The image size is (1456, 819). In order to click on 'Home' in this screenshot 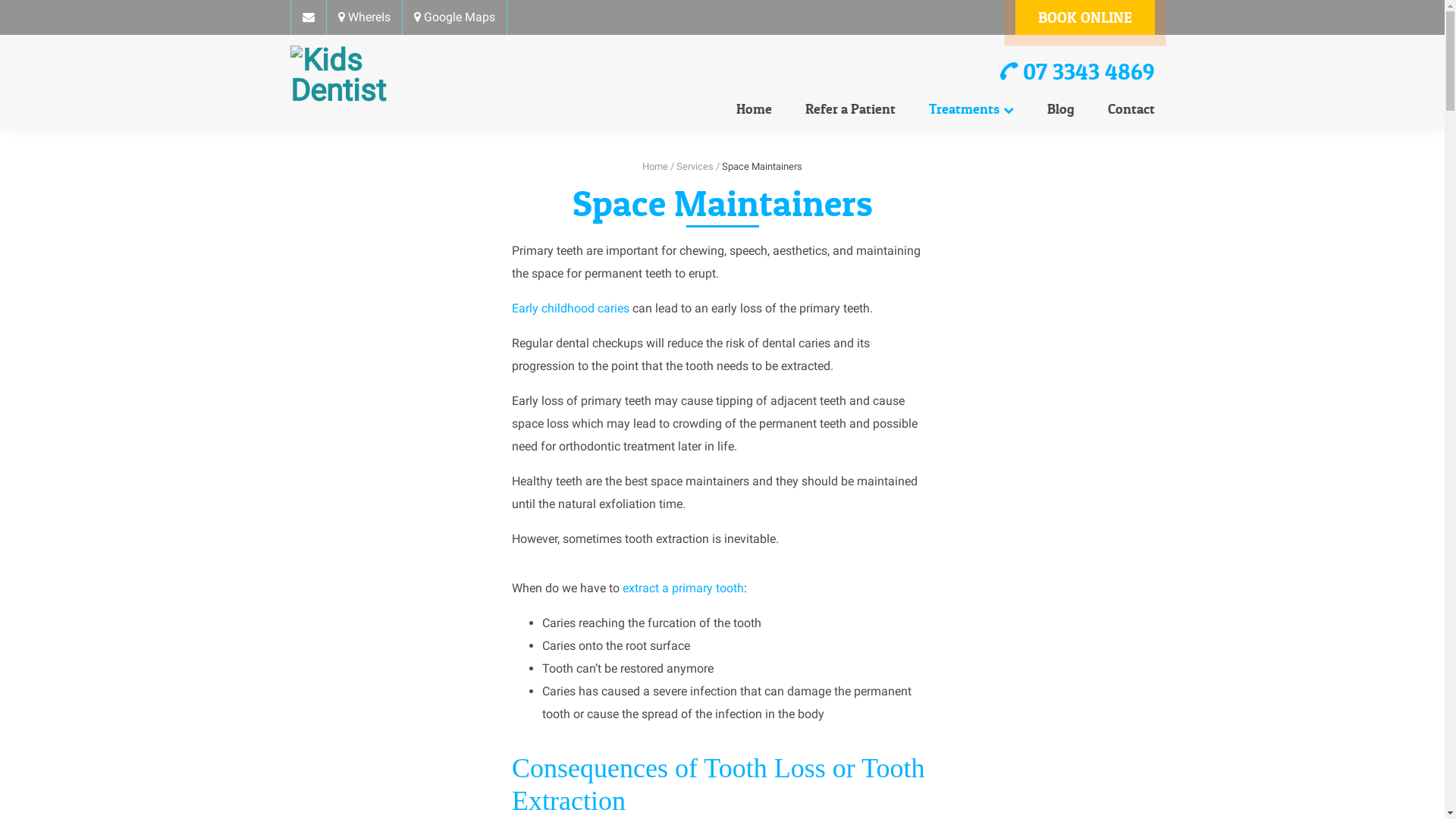, I will do `click(642, 166)`.